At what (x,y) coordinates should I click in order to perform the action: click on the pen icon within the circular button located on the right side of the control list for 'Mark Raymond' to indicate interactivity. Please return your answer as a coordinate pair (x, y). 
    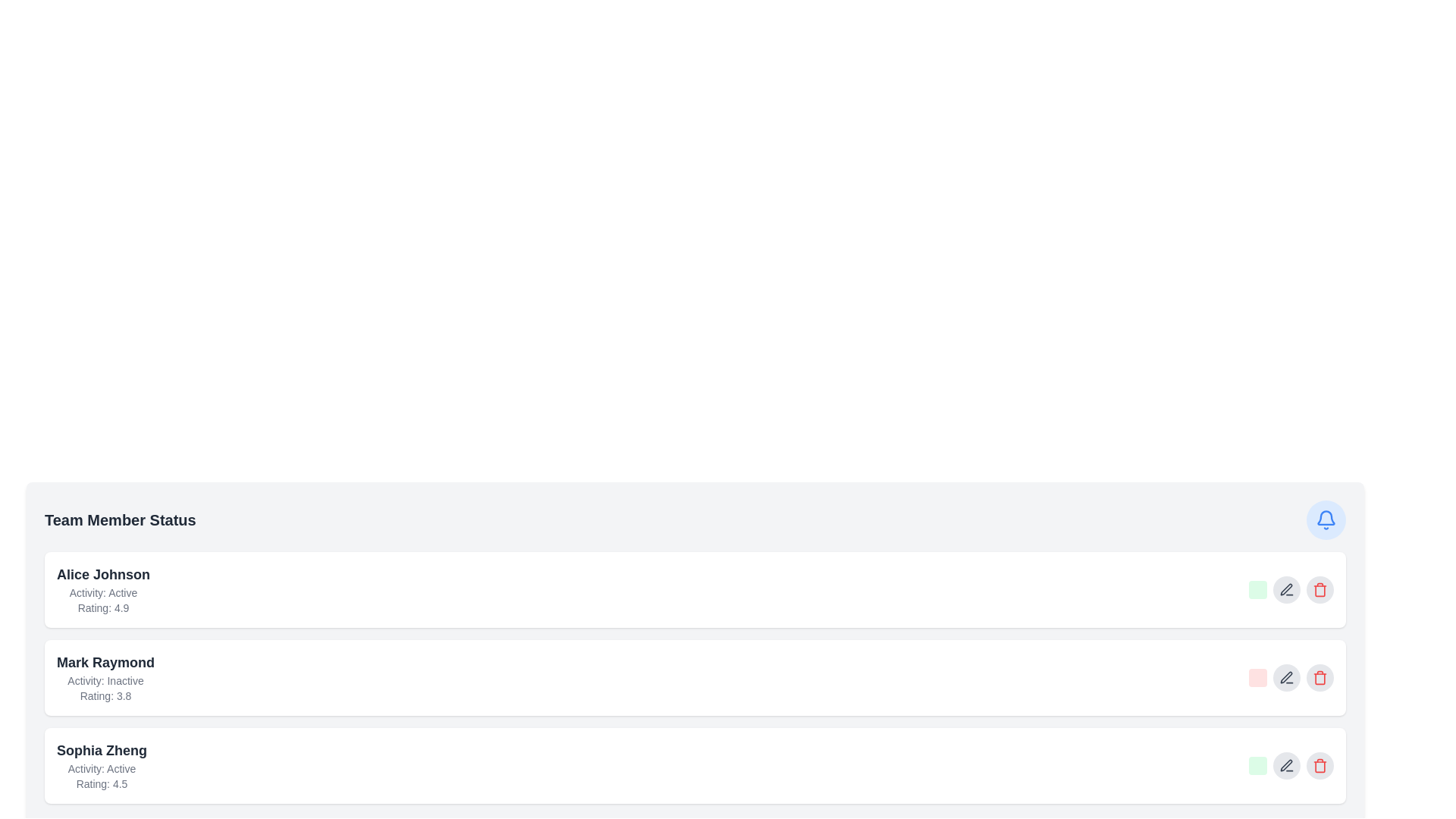
    Looking at the image, I should click on (1286, 677).